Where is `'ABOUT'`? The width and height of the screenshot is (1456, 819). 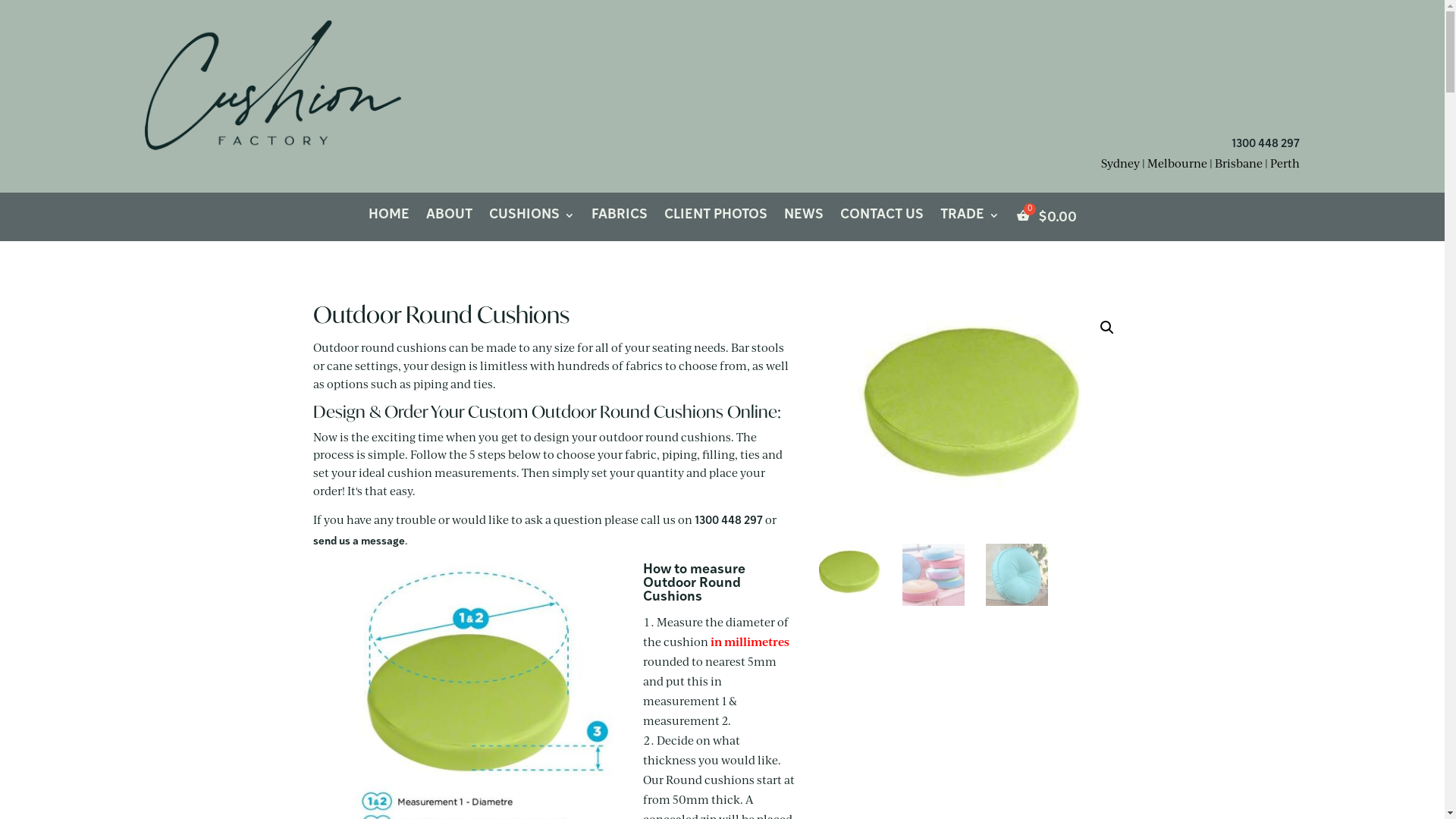 'ABOUT' is located at coordinates (448, 219).